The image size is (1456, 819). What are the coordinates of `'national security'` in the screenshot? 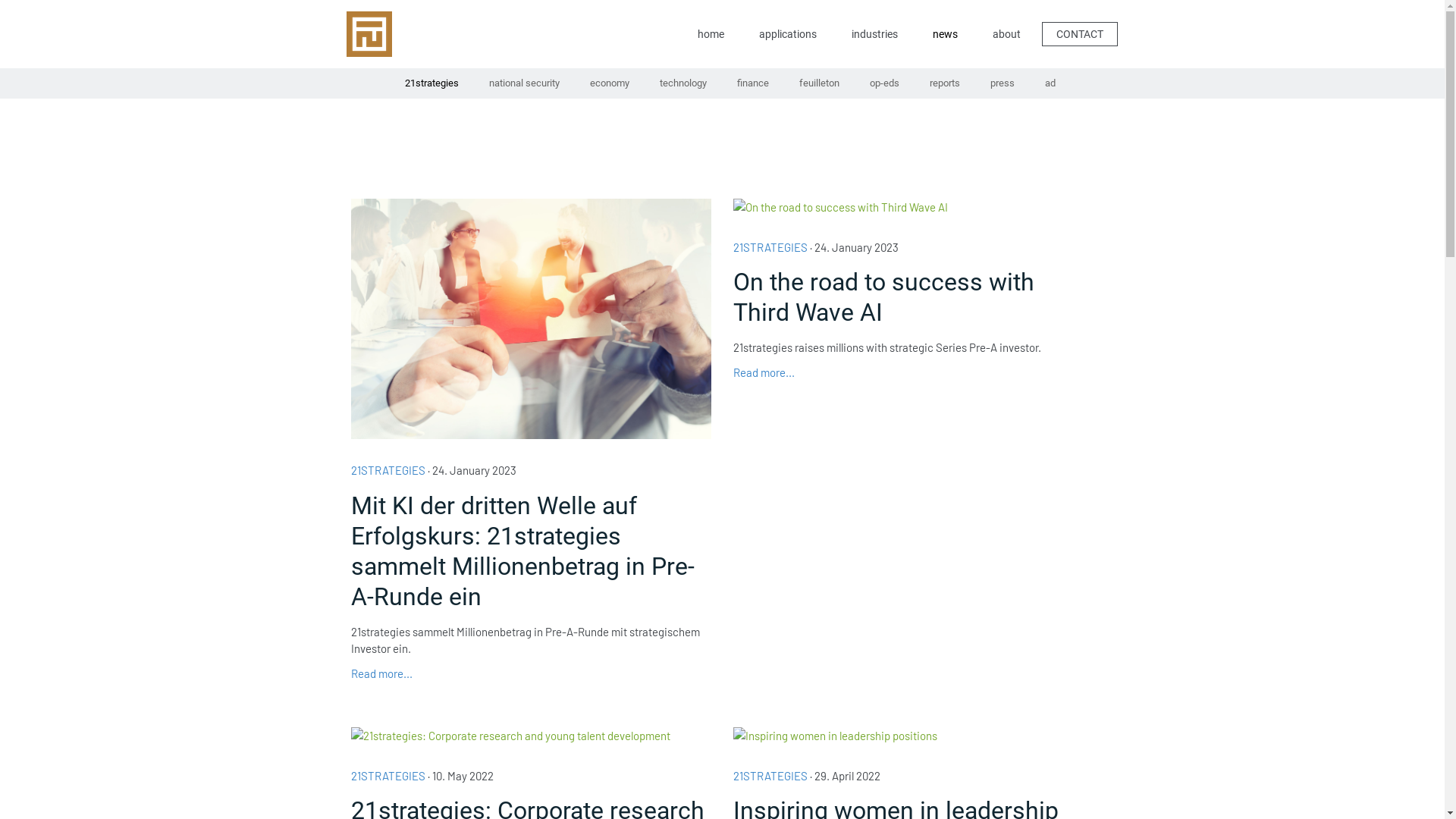 It's located at (523, 83).